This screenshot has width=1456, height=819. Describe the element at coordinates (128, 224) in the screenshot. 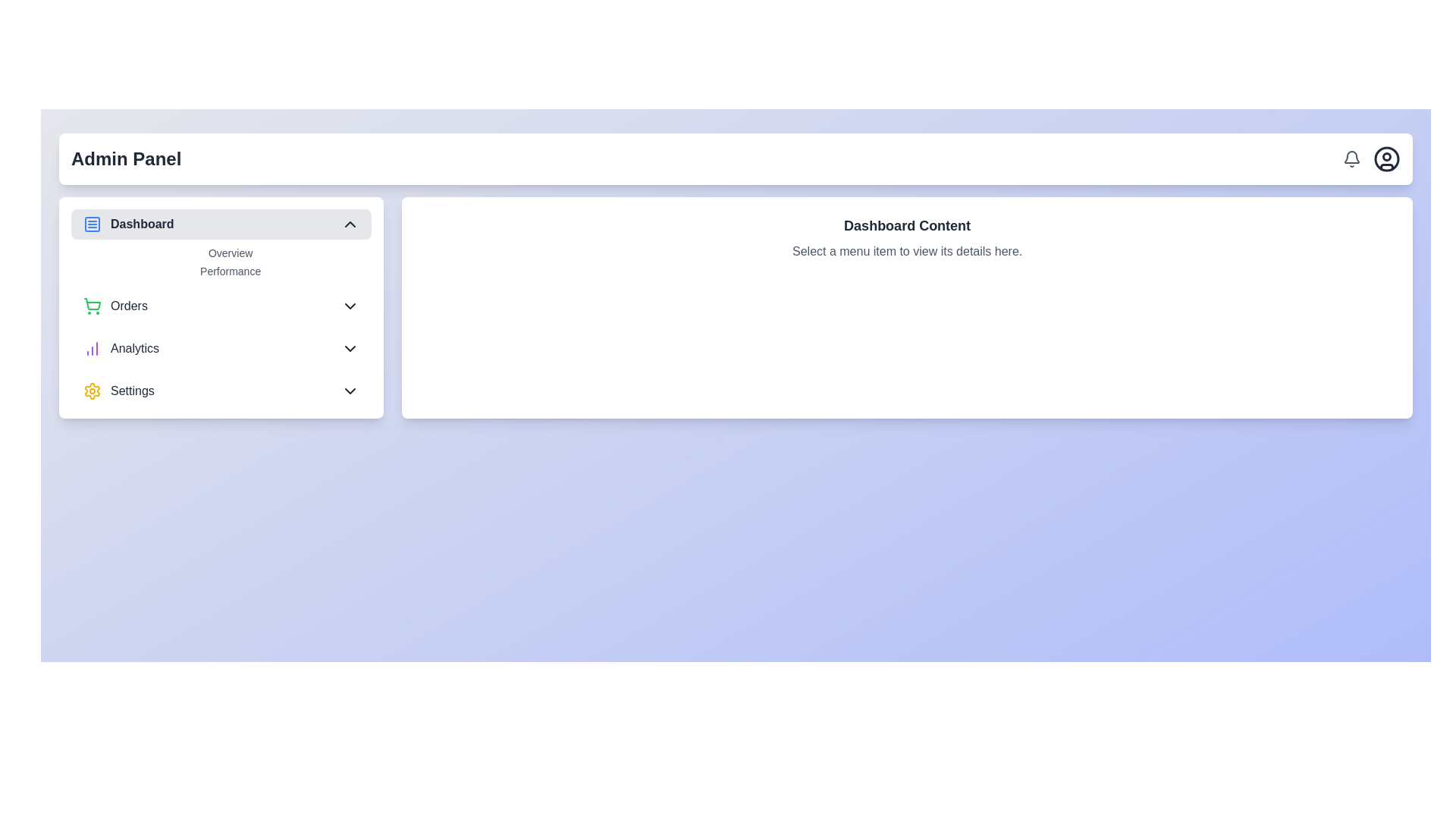

I see `the 'Dashboard' navigation item, which is the first option` at that location.